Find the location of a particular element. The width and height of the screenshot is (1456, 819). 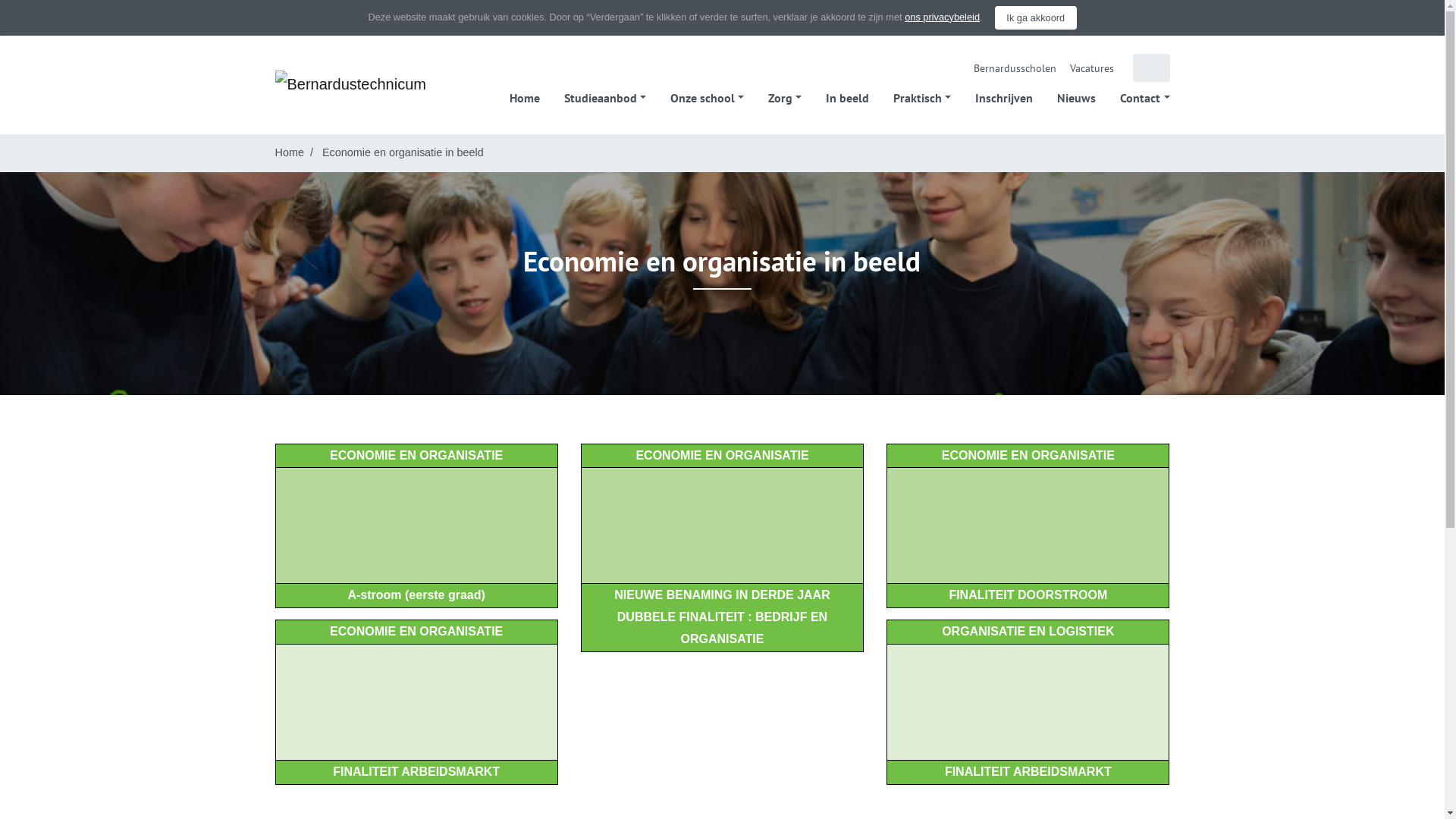

'Praktisch' is located at coordinates (921, 97).